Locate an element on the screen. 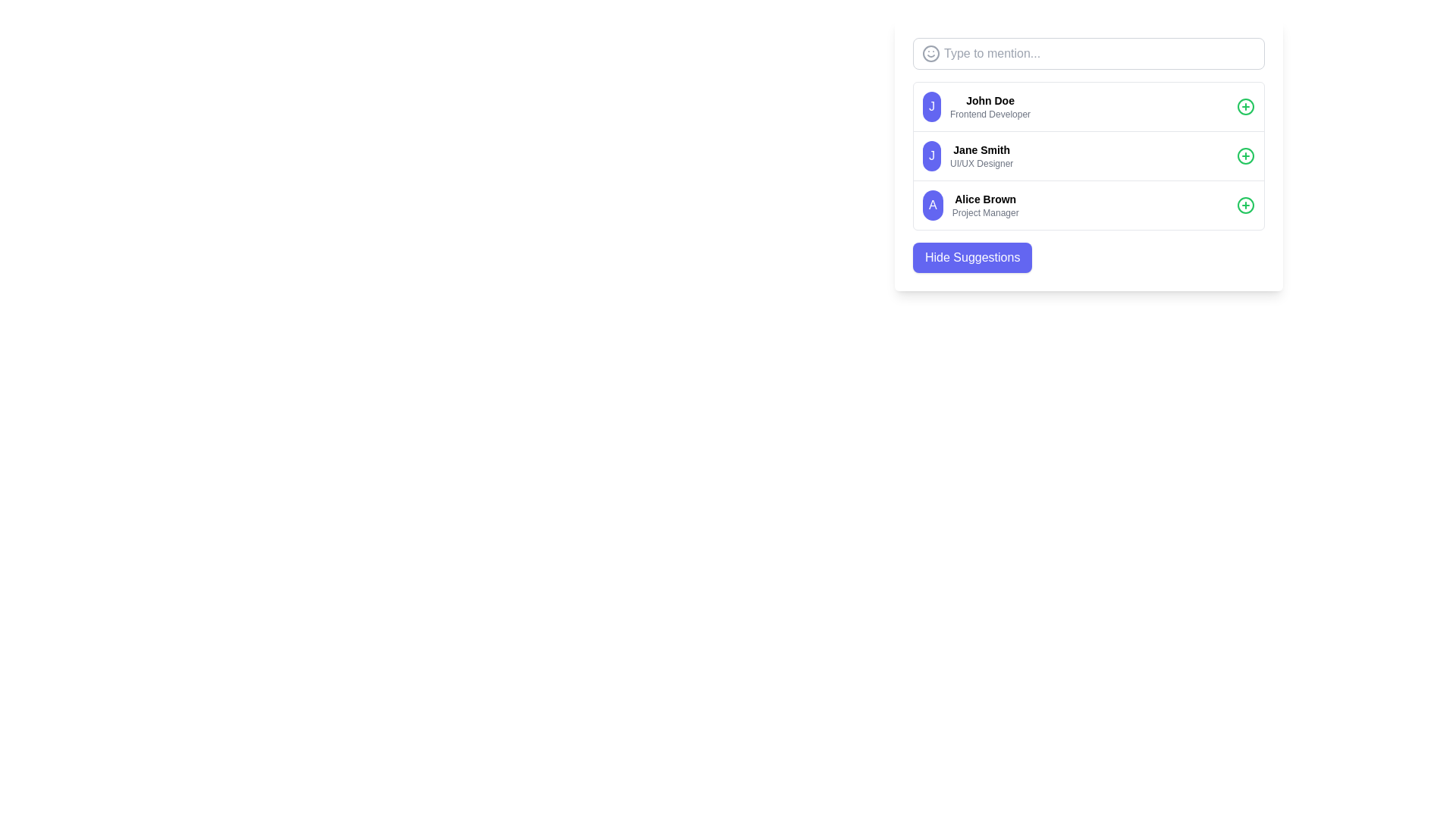 The image size is (1456, 819). the action button located at the far-right side of the row labeled 'John Doe Frontend Developer' is located at coordinates (1245, 106).